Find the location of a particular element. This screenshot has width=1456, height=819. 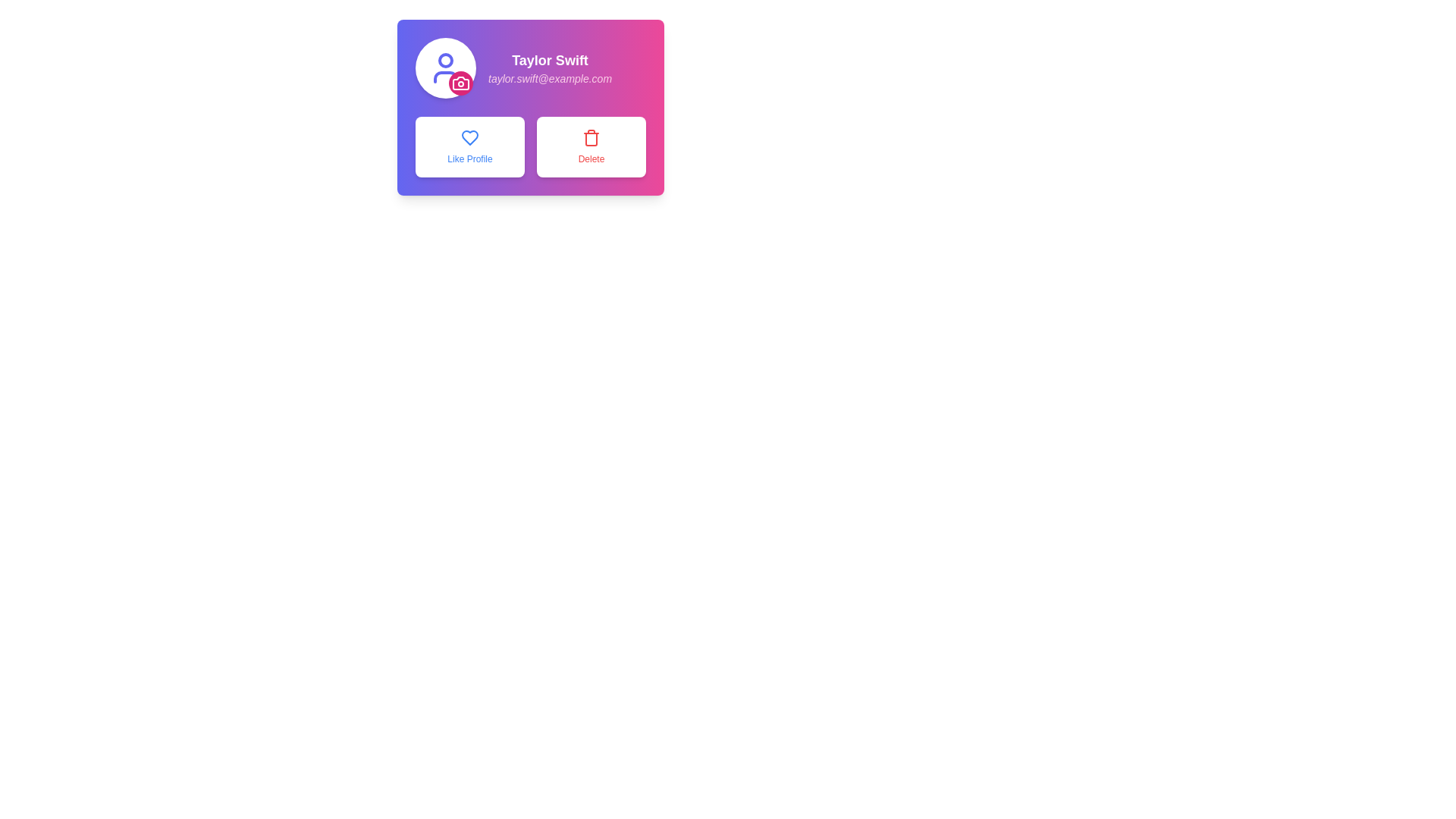

the trash can icon within the 'Delete' button is located at coordinates (590, 140).